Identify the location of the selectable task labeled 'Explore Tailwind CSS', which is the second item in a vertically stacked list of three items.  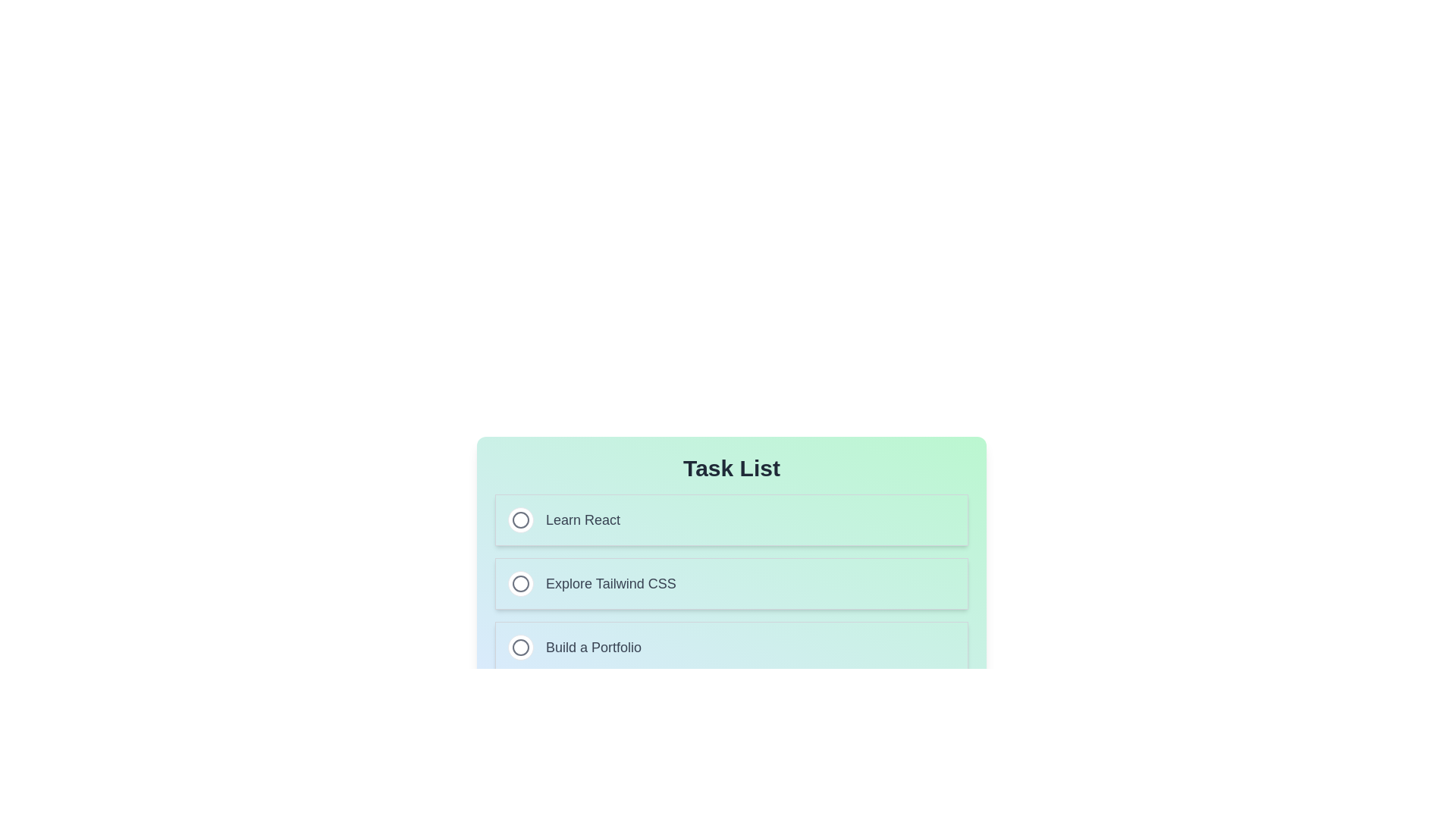
(731, 583).